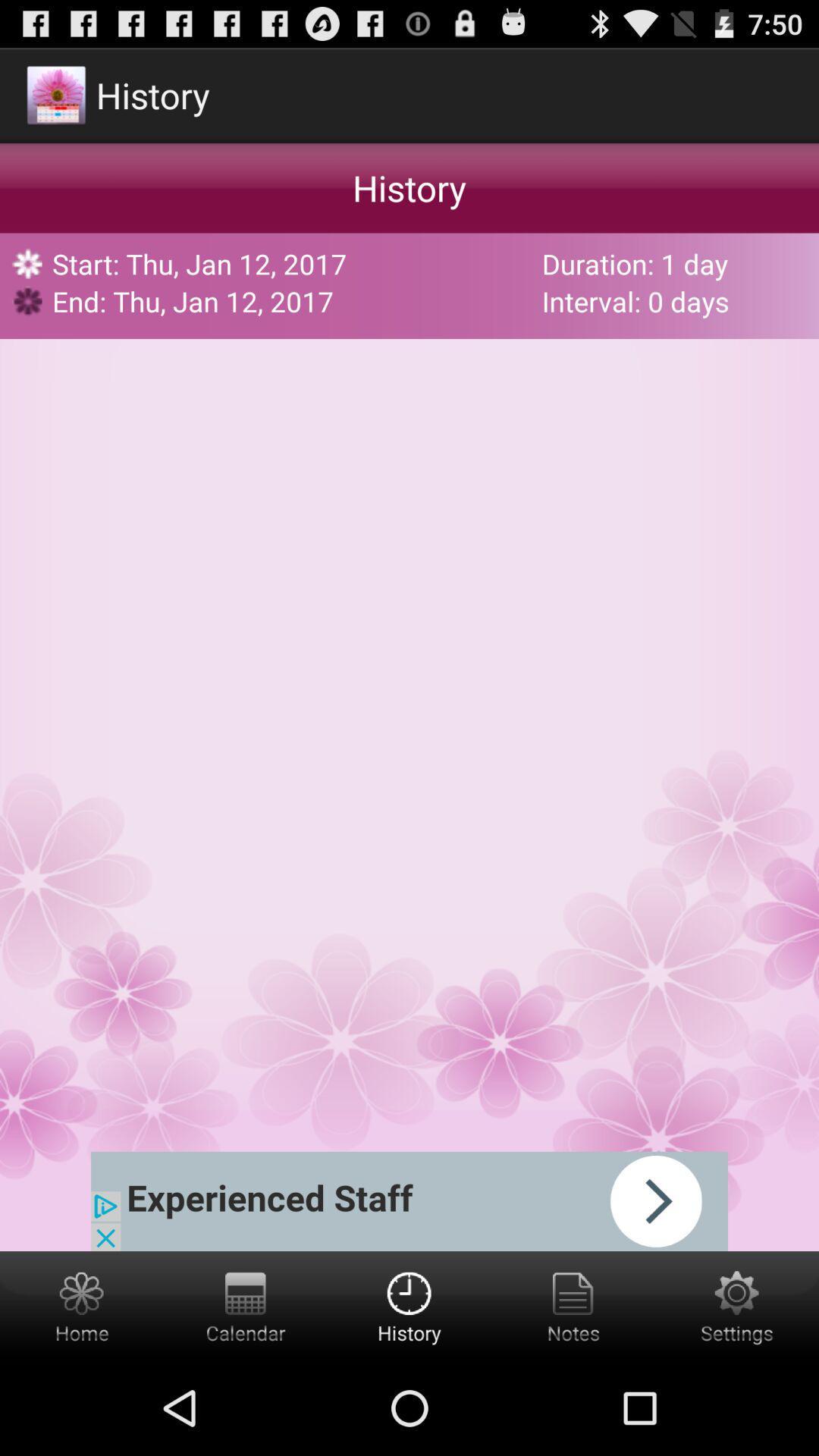  What do you see at coordinates (573, 1305) in the screenshot?
I see `notes button` at bounding box center [573, 1305].